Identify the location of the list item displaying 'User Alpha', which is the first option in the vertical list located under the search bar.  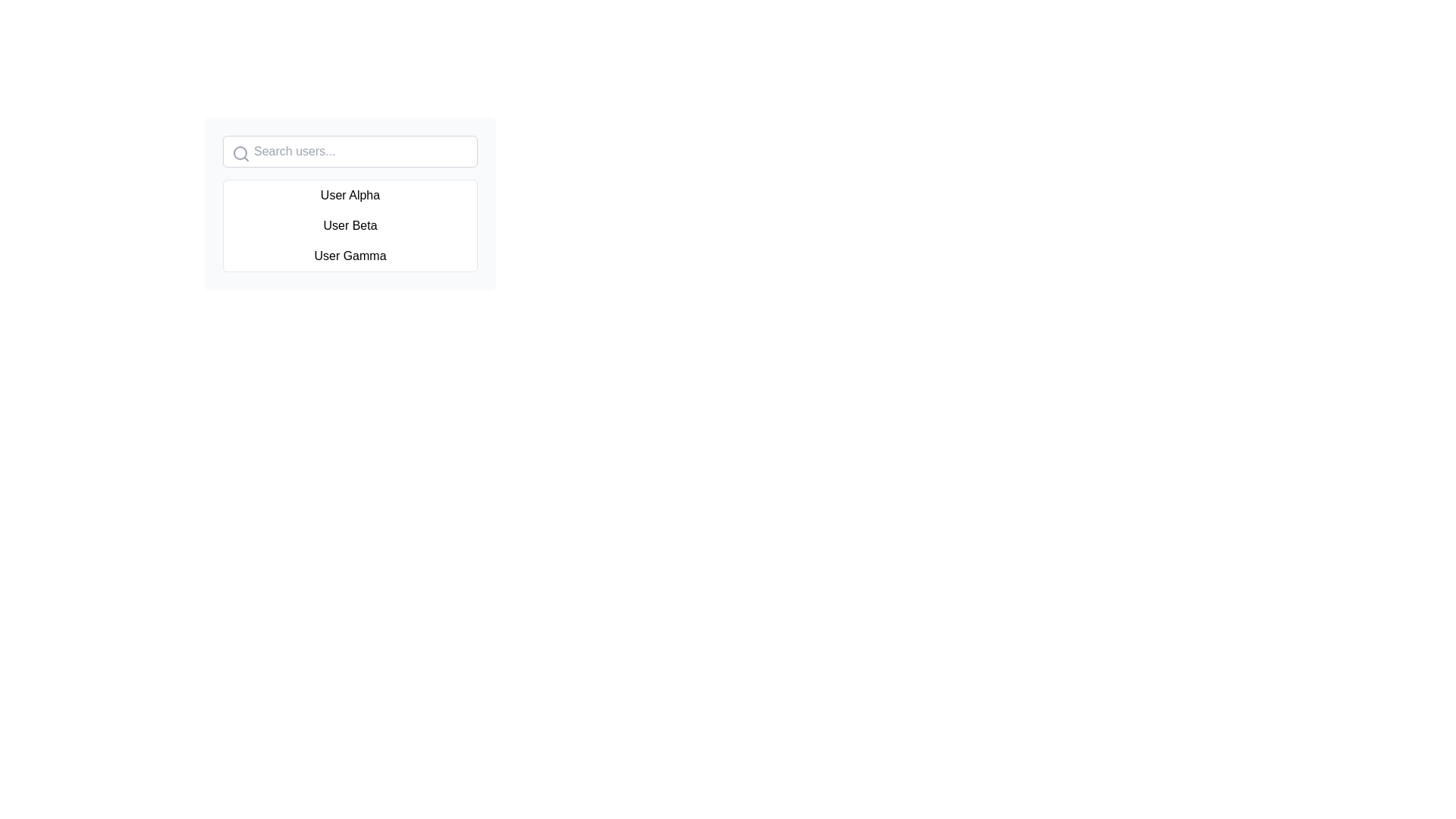
(349, 195).